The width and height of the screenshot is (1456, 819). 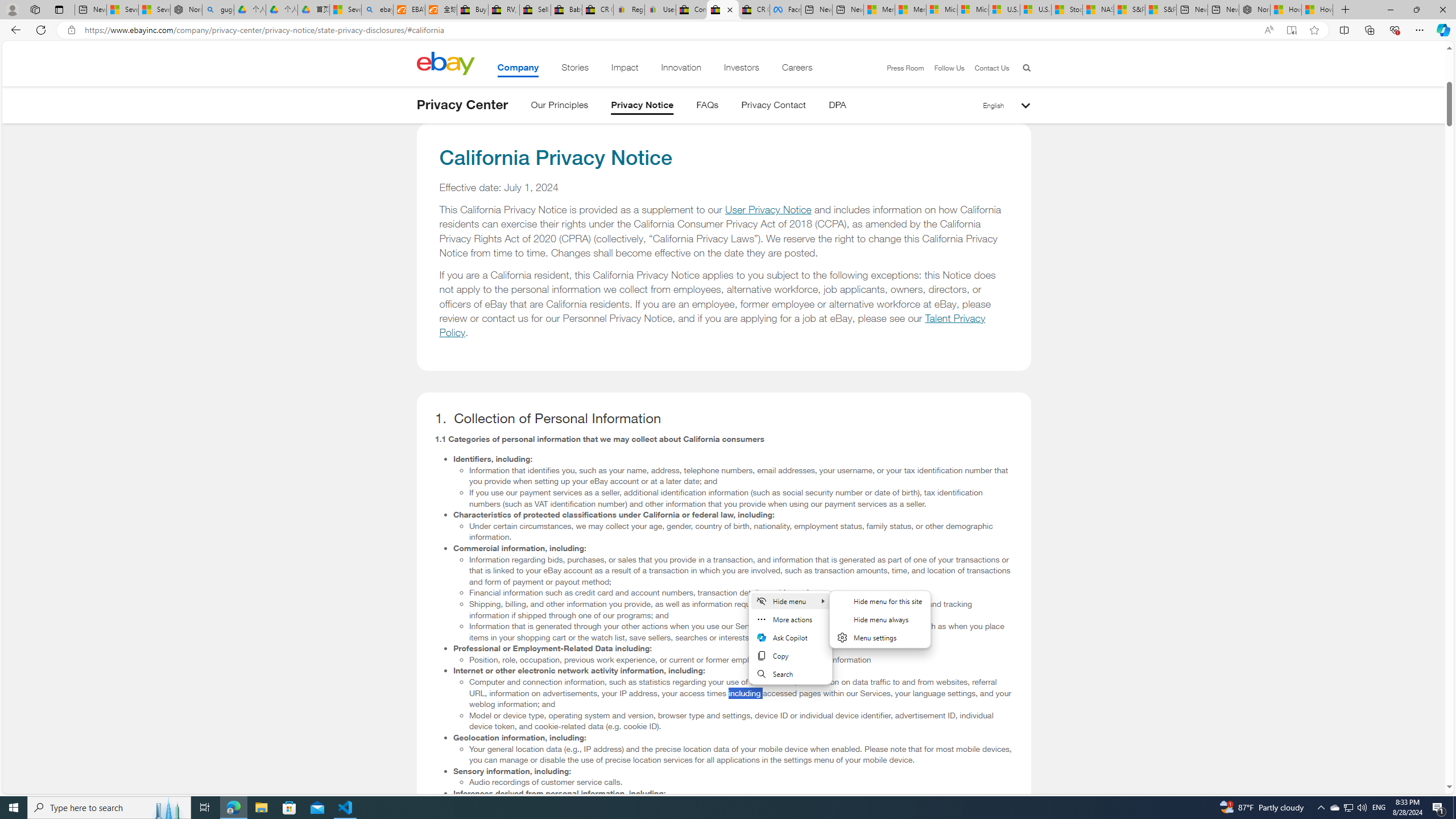 I want to click on 'Enter Immersive Reader (F9)', so click(x=1291, y=30).